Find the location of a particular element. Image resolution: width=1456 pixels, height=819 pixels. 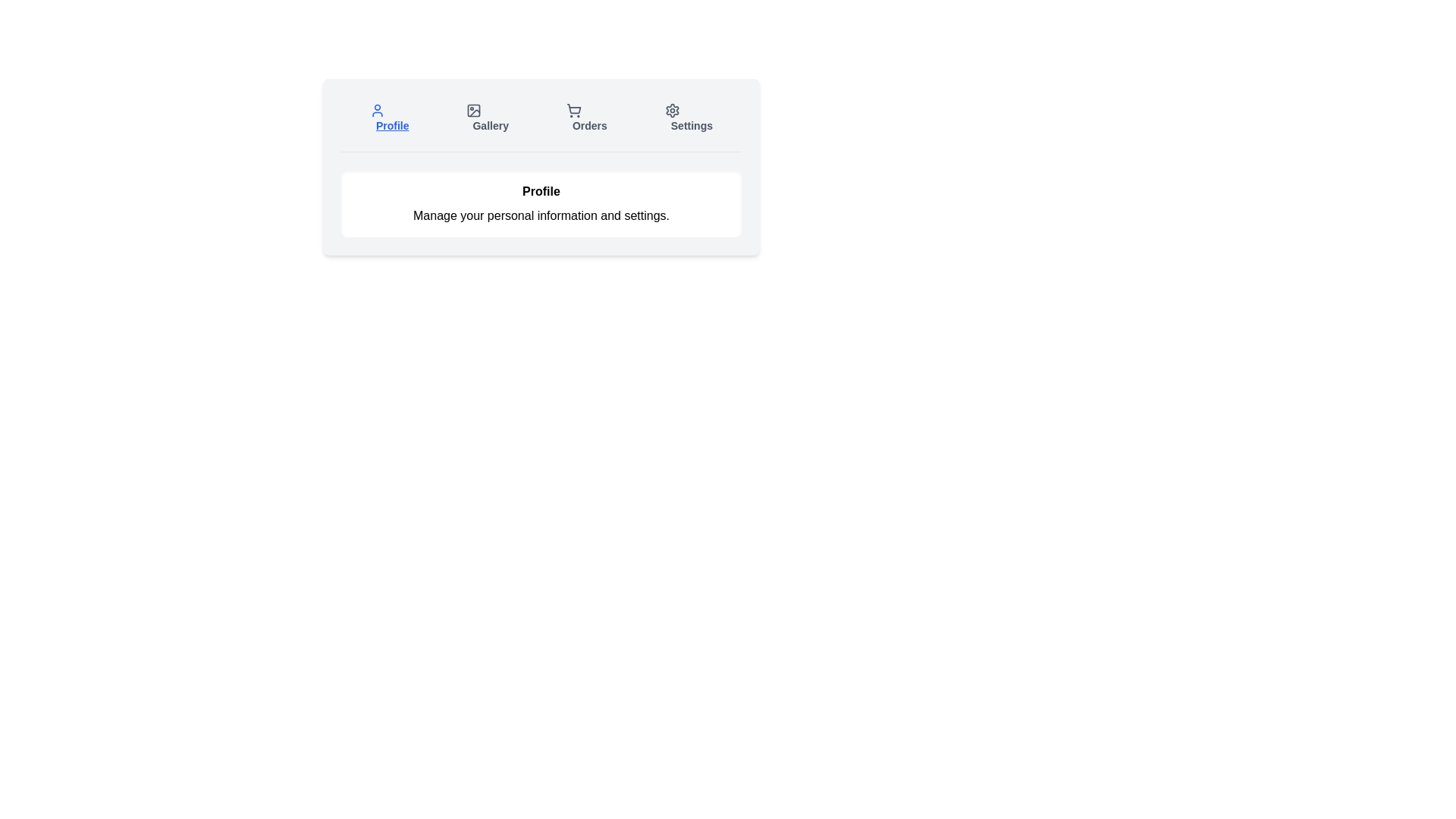

the tab labeled Profile to display its content is located at coordinates (389, 117).